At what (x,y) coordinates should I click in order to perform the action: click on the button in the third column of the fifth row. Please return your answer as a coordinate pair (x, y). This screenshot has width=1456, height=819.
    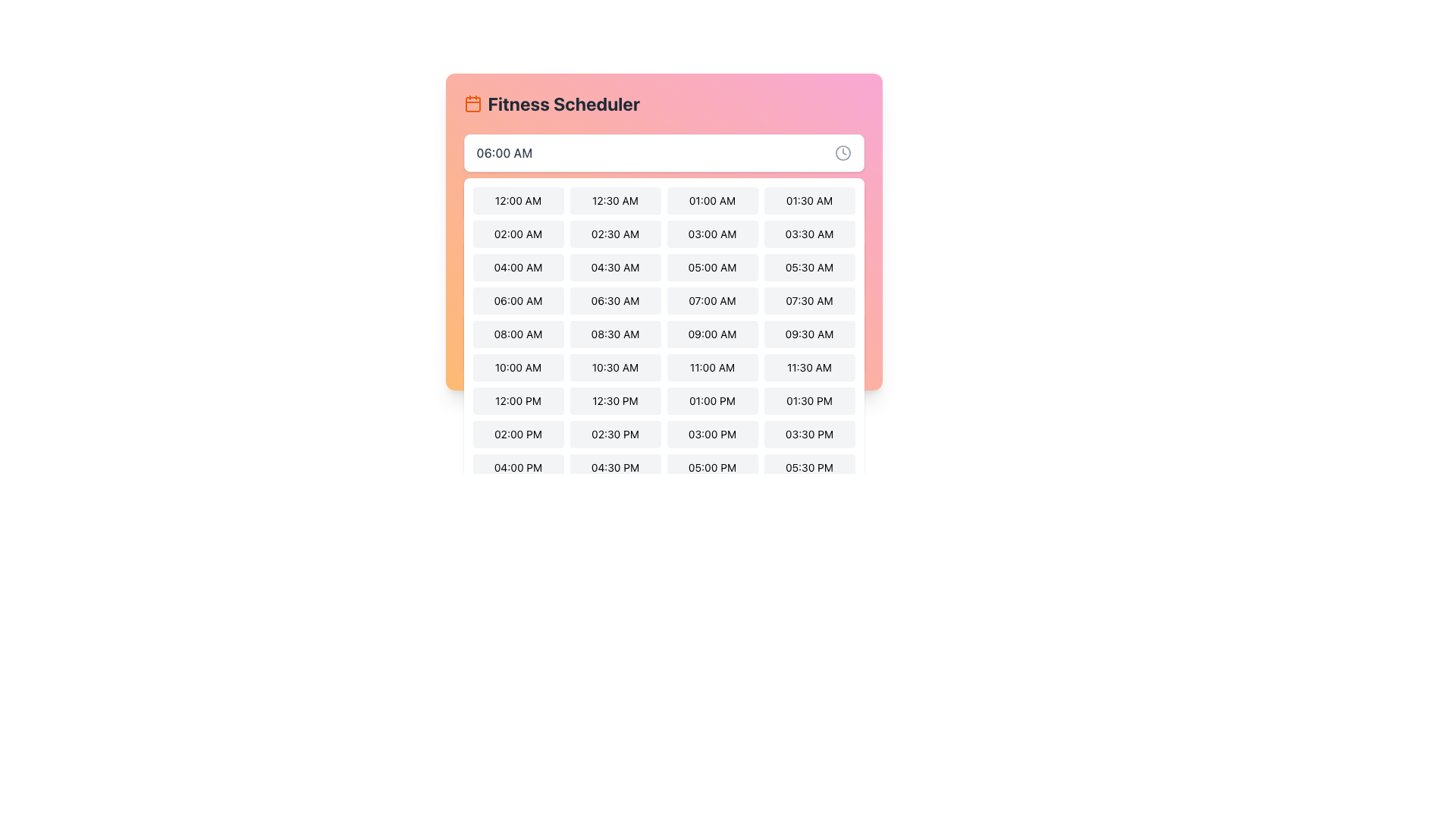
    Looking at the image, I should click on (518, 333).